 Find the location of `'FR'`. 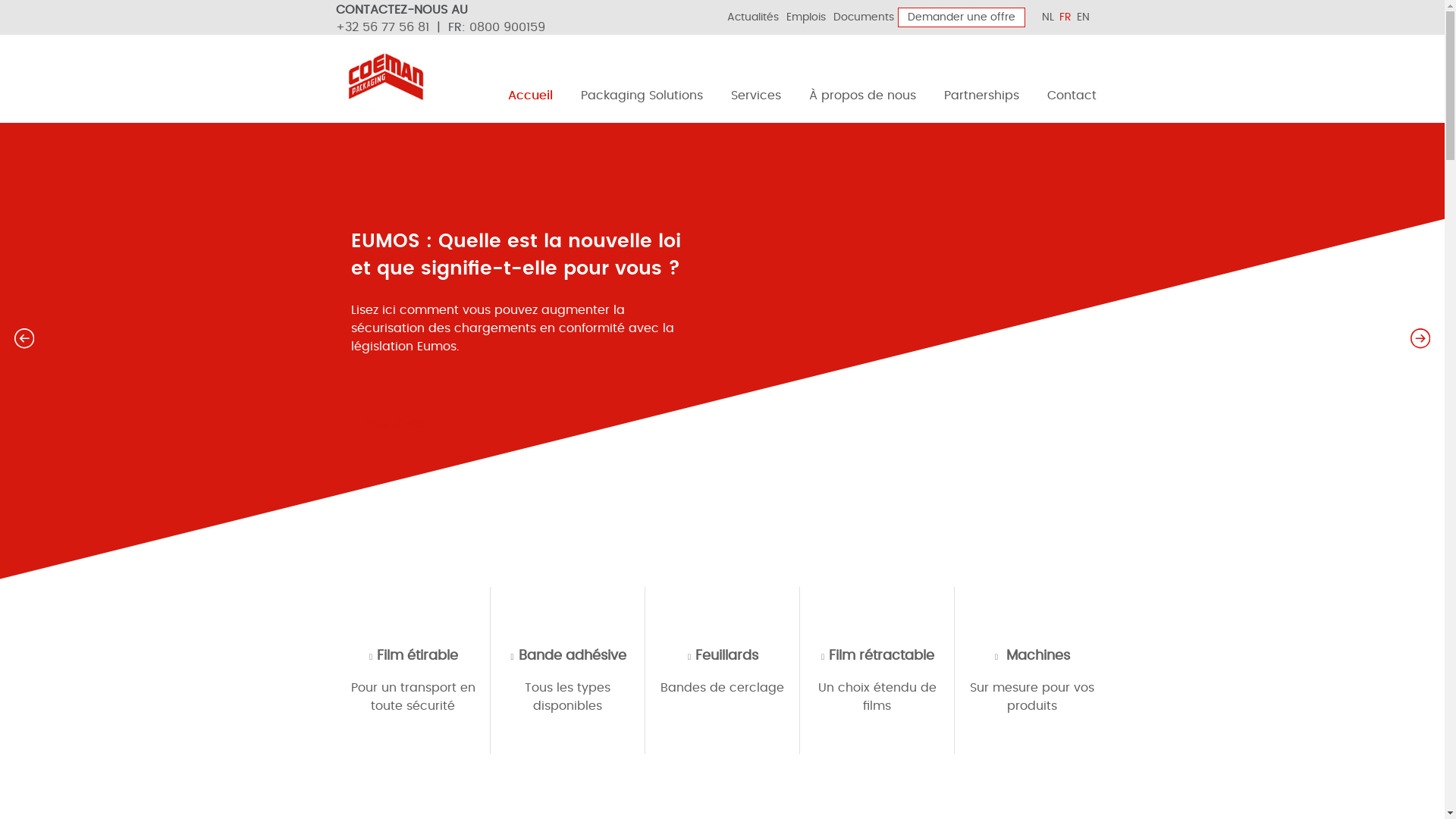

'FR' is located at coordinates (1067, 17).